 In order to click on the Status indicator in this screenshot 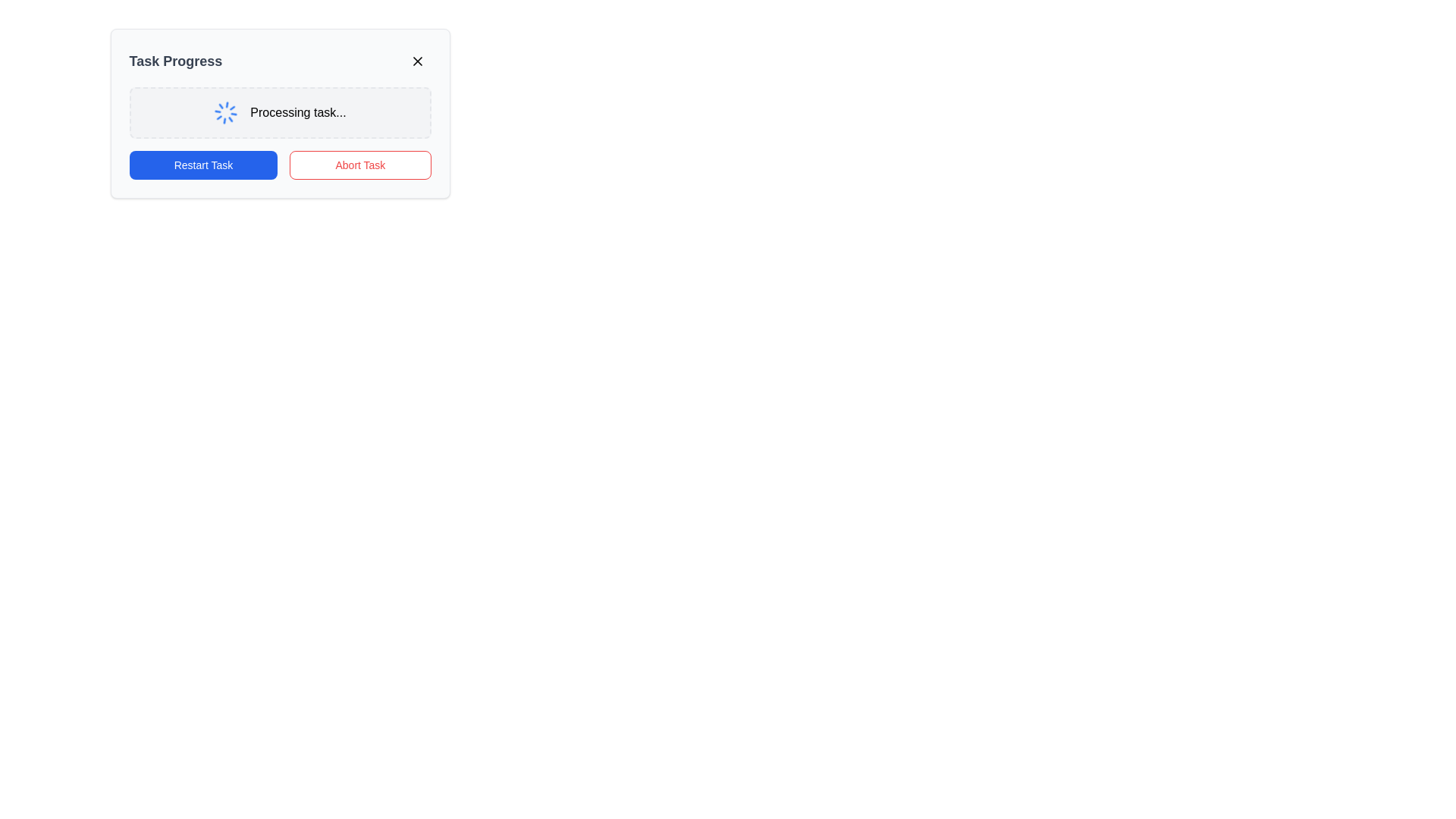, I will do `click(280, 112)`.